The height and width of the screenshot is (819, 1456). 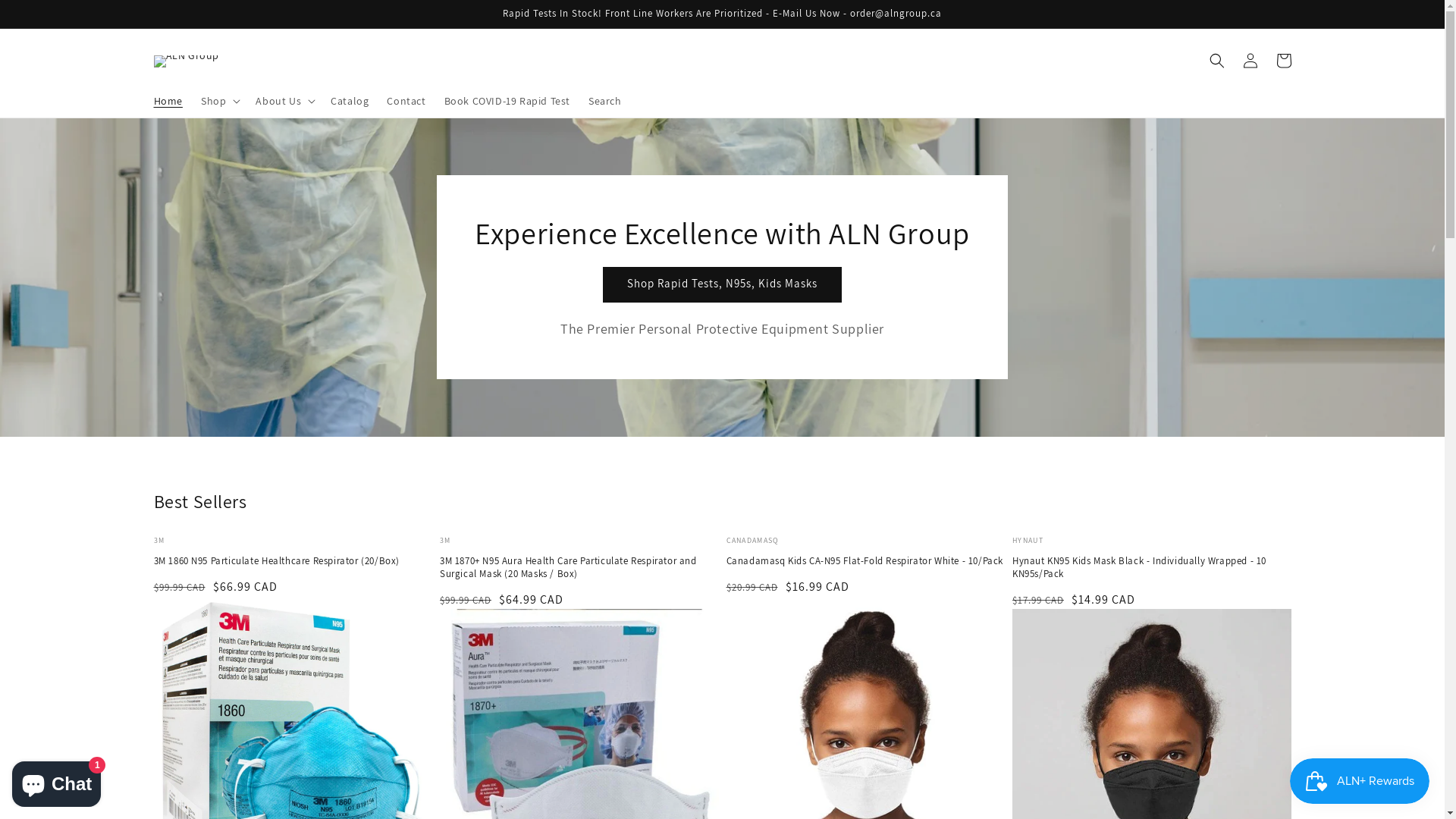 I want to click on 'Canadamasq Kids CA-N95 Flat-Fold Respirator White - 10/Pack', so click(x=866, y=561).